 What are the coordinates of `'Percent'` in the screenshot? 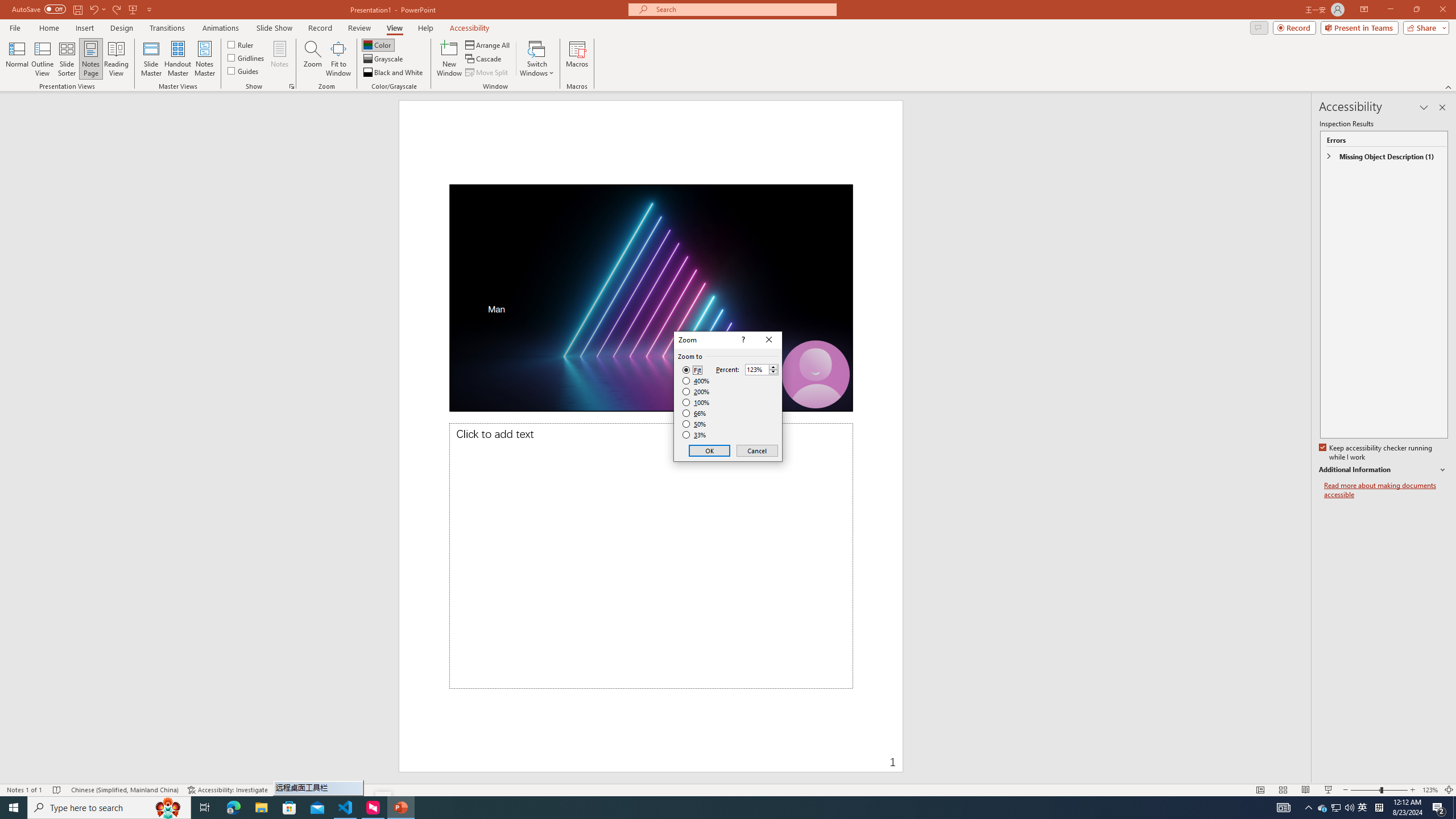 It's located at (756, 370).